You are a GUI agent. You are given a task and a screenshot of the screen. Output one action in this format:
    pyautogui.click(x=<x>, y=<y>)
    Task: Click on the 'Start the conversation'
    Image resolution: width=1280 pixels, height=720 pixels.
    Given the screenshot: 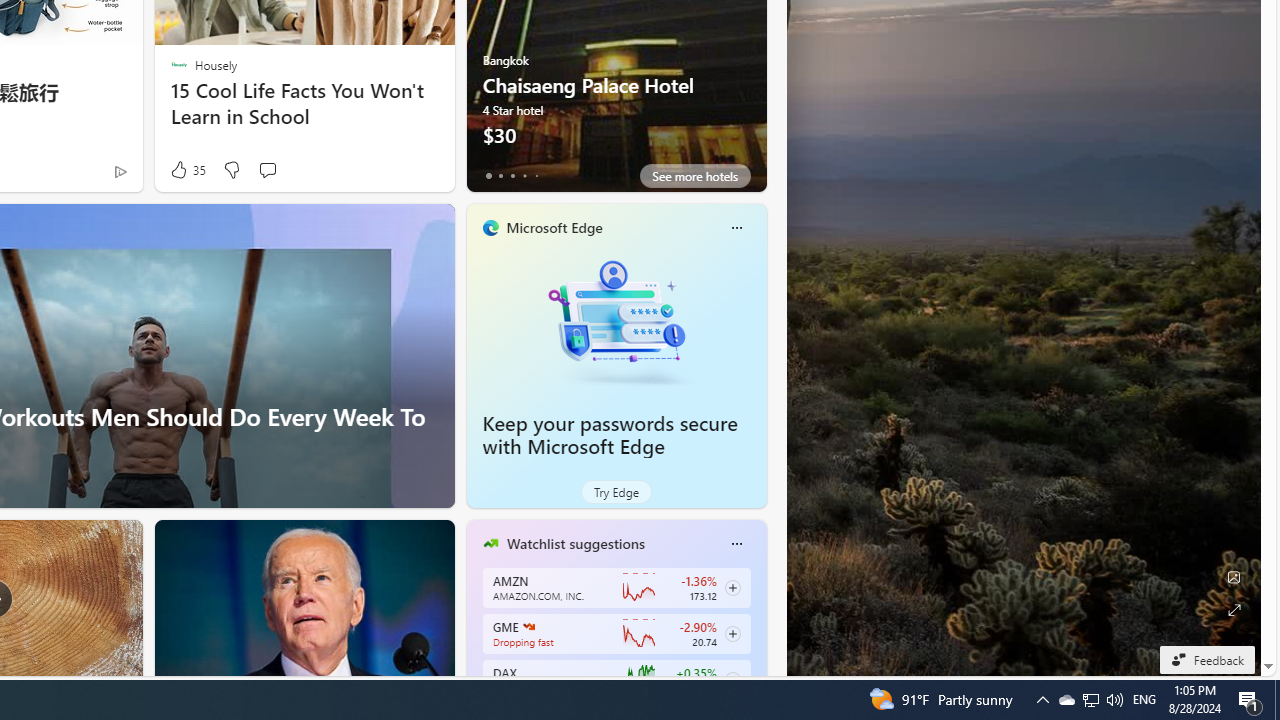 What is the action you would take?
    pyautogui.click(x=266, y=169)
    